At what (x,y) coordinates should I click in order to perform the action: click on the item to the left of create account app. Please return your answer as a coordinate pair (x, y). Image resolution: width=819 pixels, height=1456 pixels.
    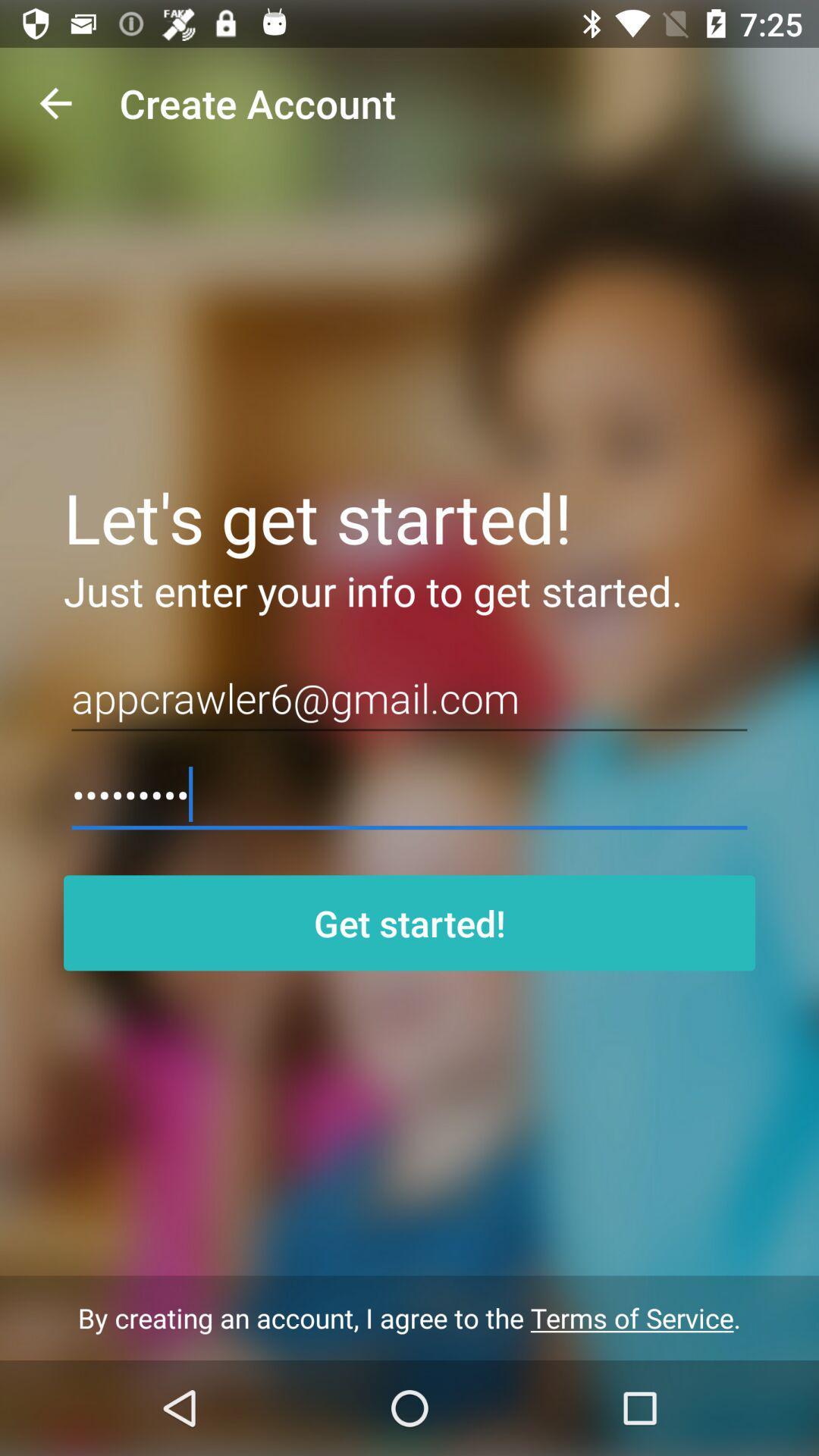
    Looking at the image, I should click on (55, 102).